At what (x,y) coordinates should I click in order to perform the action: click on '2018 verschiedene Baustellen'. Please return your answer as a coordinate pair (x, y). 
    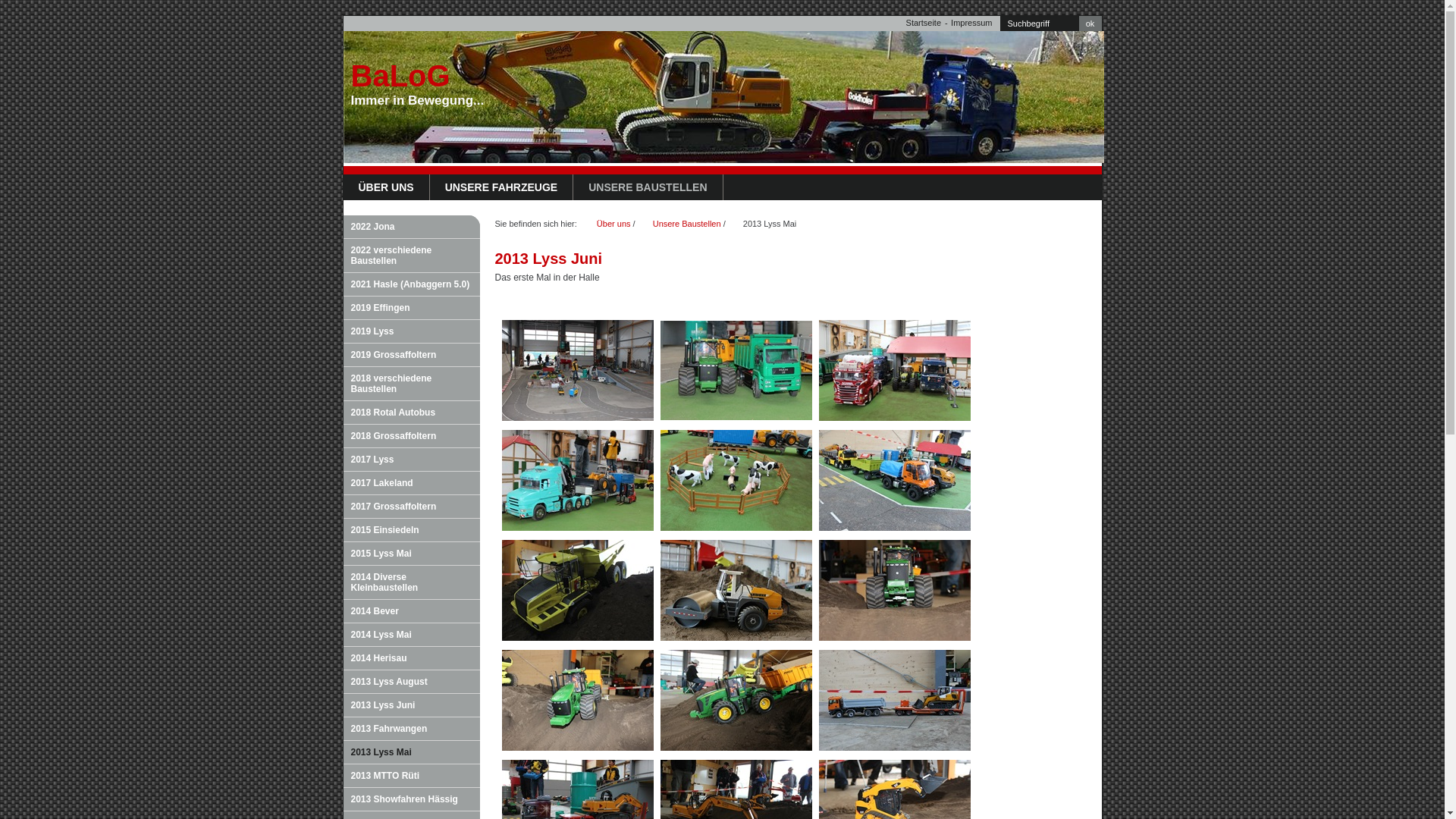
    Looking at the image, I should click on (411, 383).